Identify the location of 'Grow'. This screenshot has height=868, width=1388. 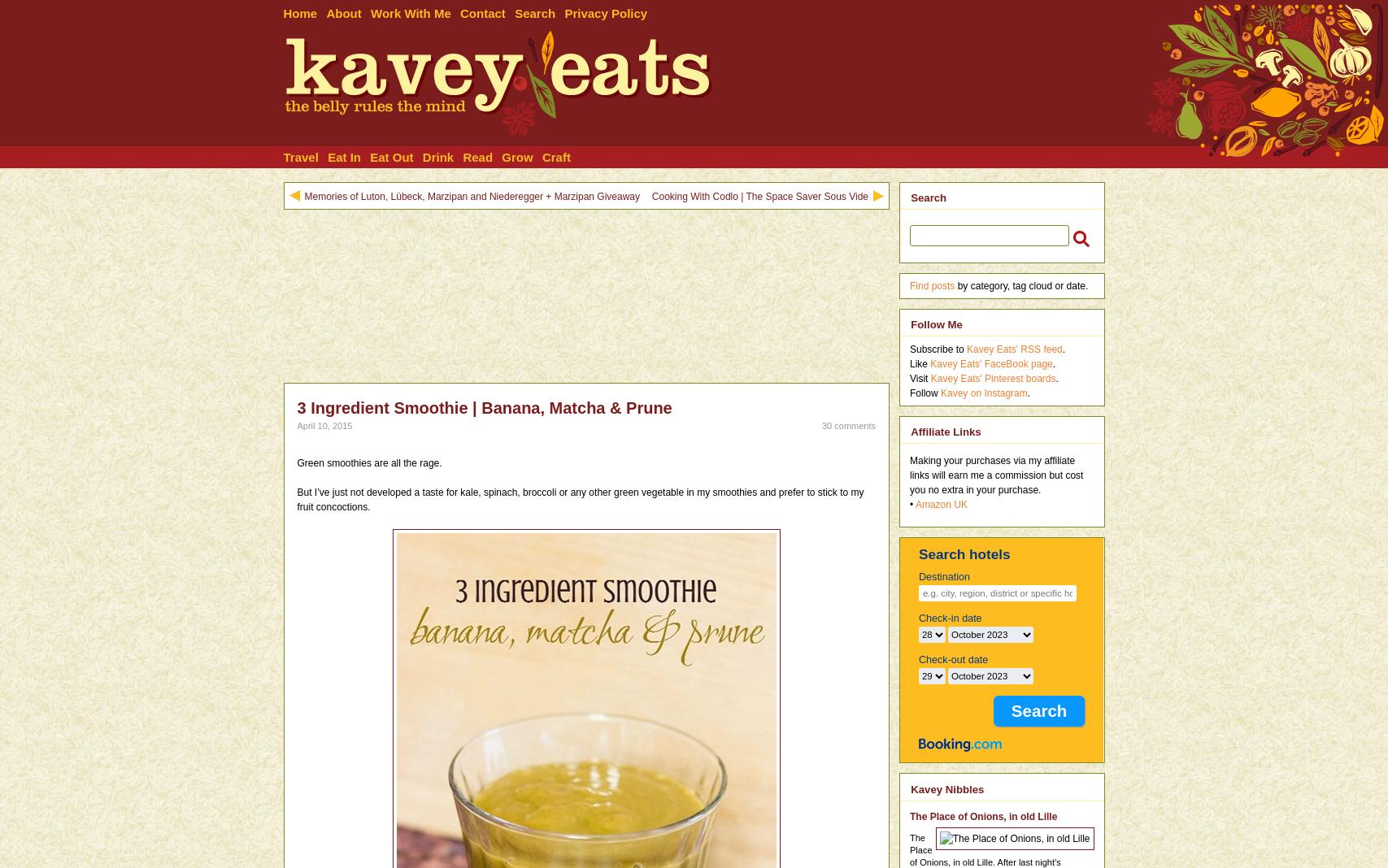
(502, 157).